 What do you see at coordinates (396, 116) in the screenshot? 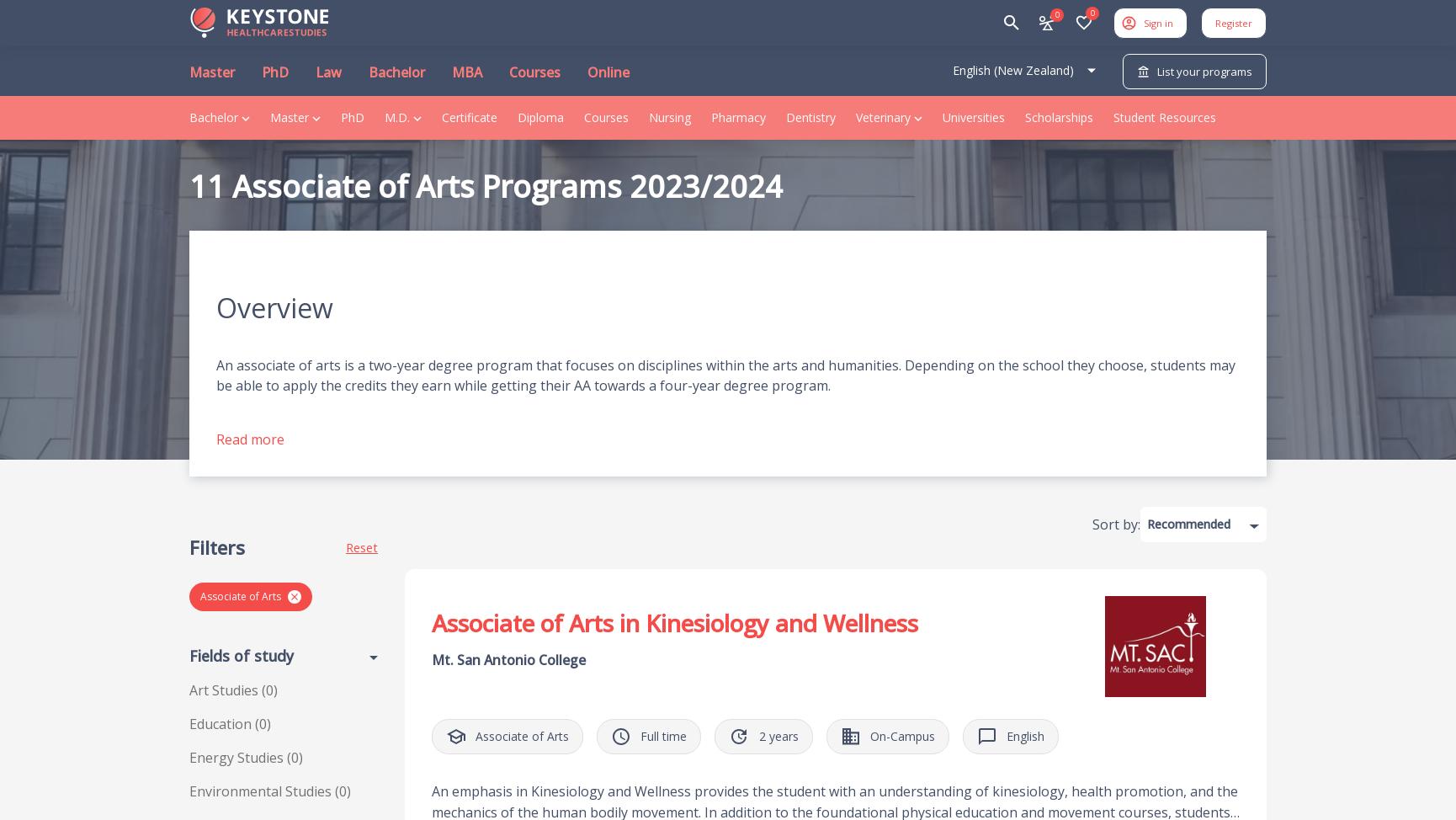
I see `'M.D.'` at bounding box center [396, 116].